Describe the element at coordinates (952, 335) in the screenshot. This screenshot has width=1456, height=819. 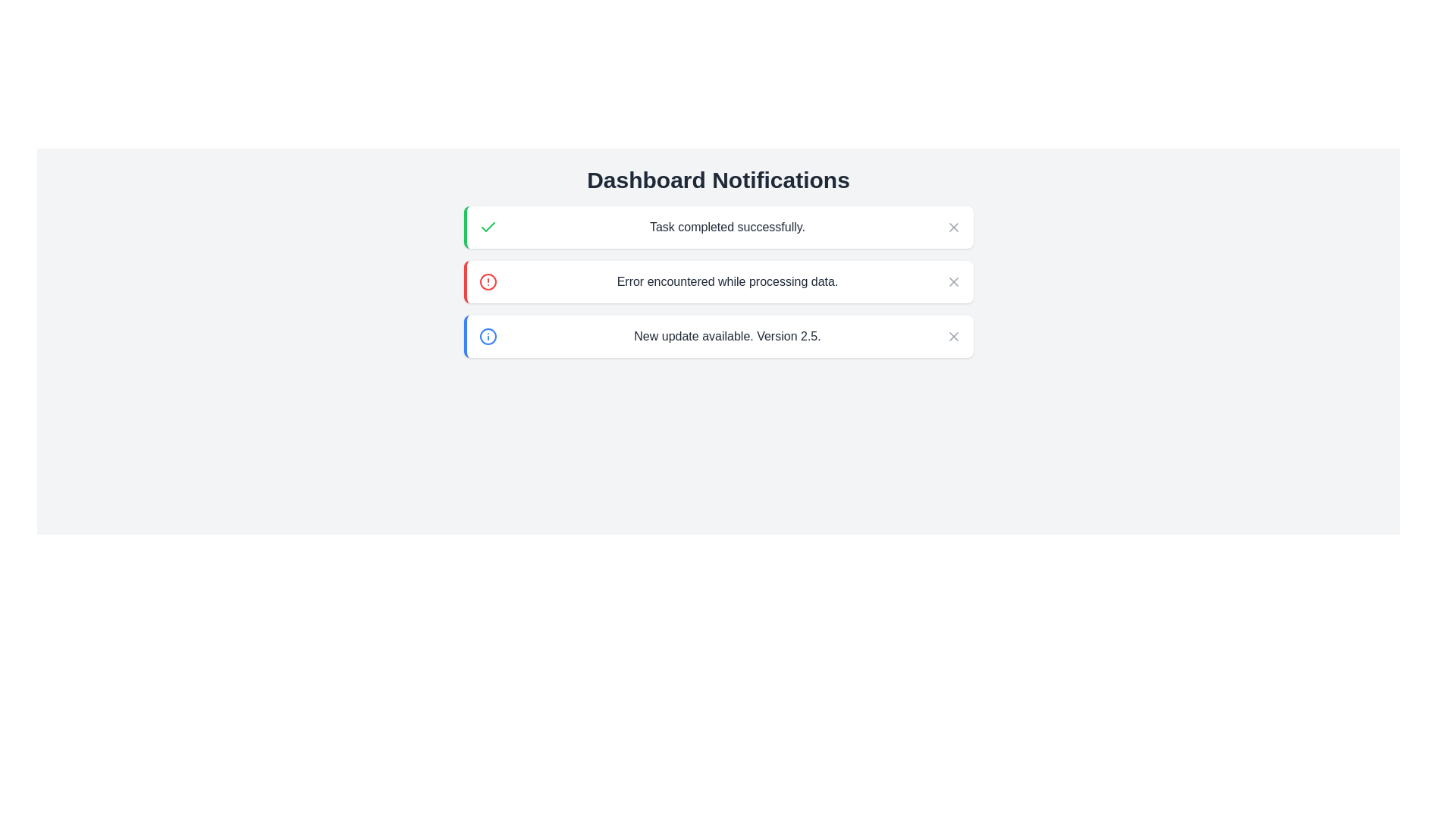
I see `the diagonal cross (X-shaped) icon, which is the central feature of the SVG graphic in the third notification row labeled 'New update available. Version 2.5.'` at that location.